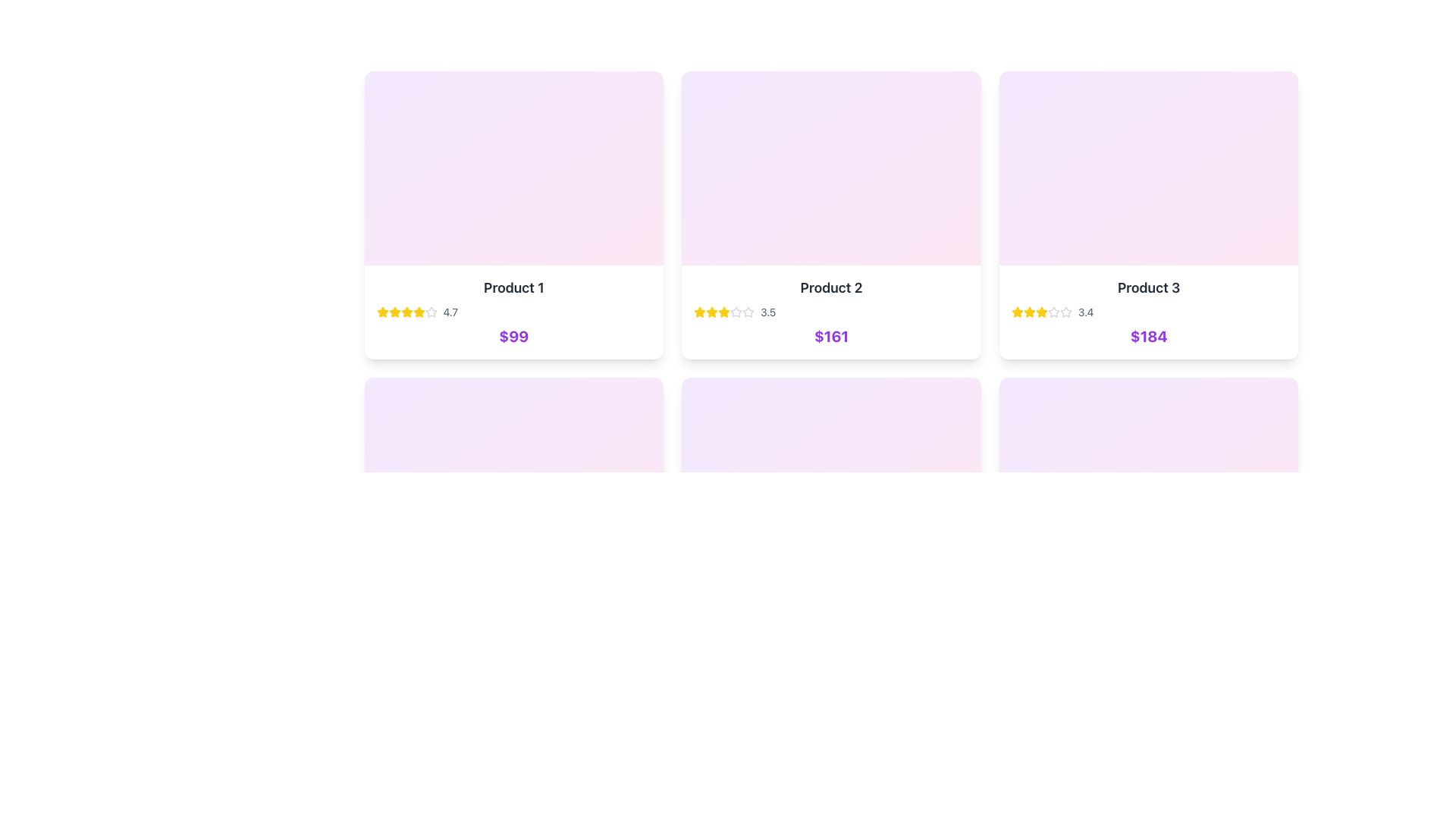 The width and height of the screenshot is (1456, 819). Describe the element at coordinates (768, 312) in the screenshot. I see `the text label that displays the numerical representation of the star rating for 'Product 2', located within the star rating system` at that location.